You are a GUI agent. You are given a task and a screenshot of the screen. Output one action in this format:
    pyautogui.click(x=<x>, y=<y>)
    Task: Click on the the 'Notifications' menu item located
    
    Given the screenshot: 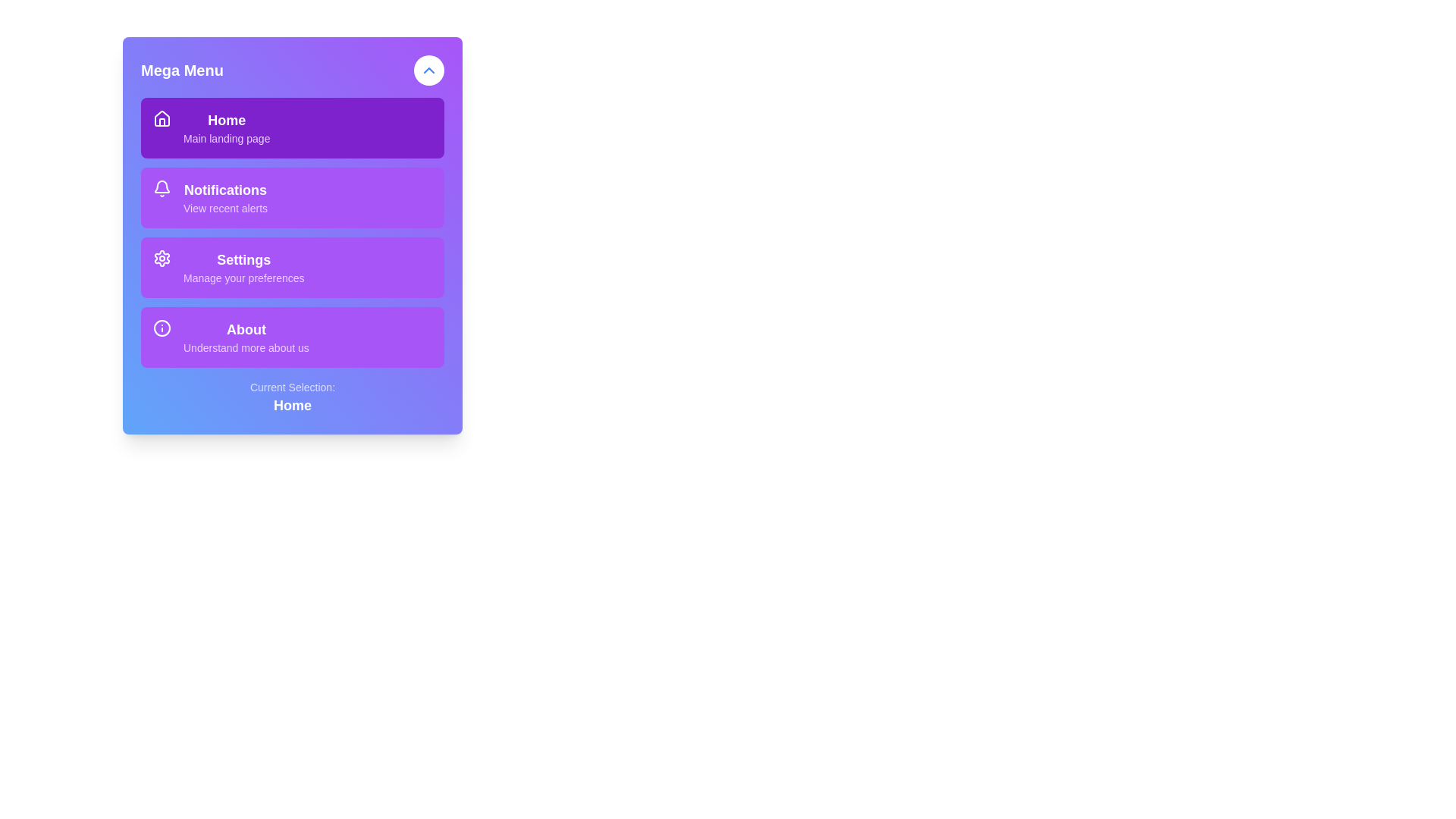 What is the action you would take?
    pyautogui.click(x=292, y=233)
    